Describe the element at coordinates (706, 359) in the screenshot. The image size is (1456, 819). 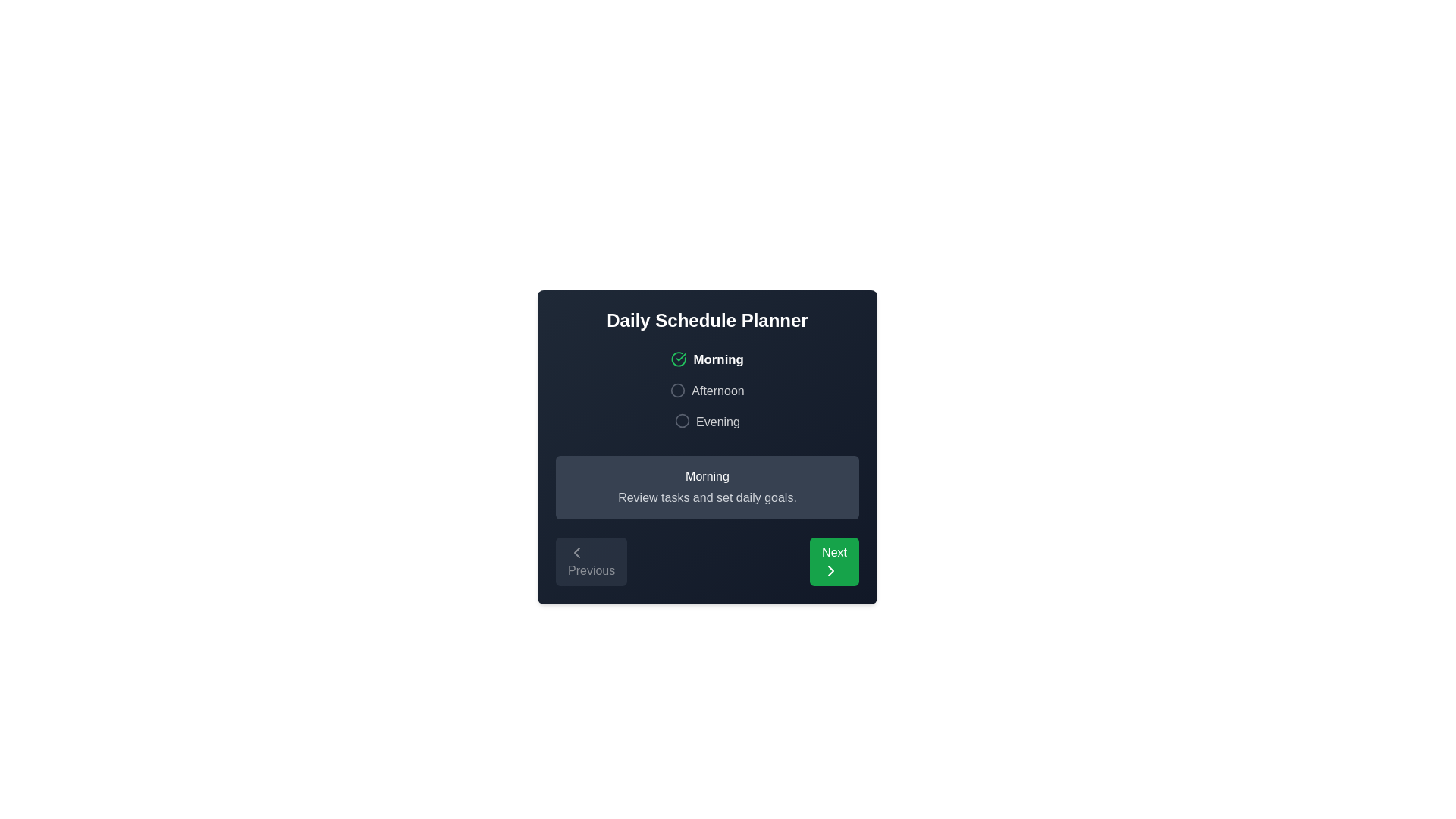
I see `the 'Morning' selectable text option, which is styled in bold white text next to a green circle icon with a checkmark, located on a dark background in the Daily Schedule Planner interface` at that location.